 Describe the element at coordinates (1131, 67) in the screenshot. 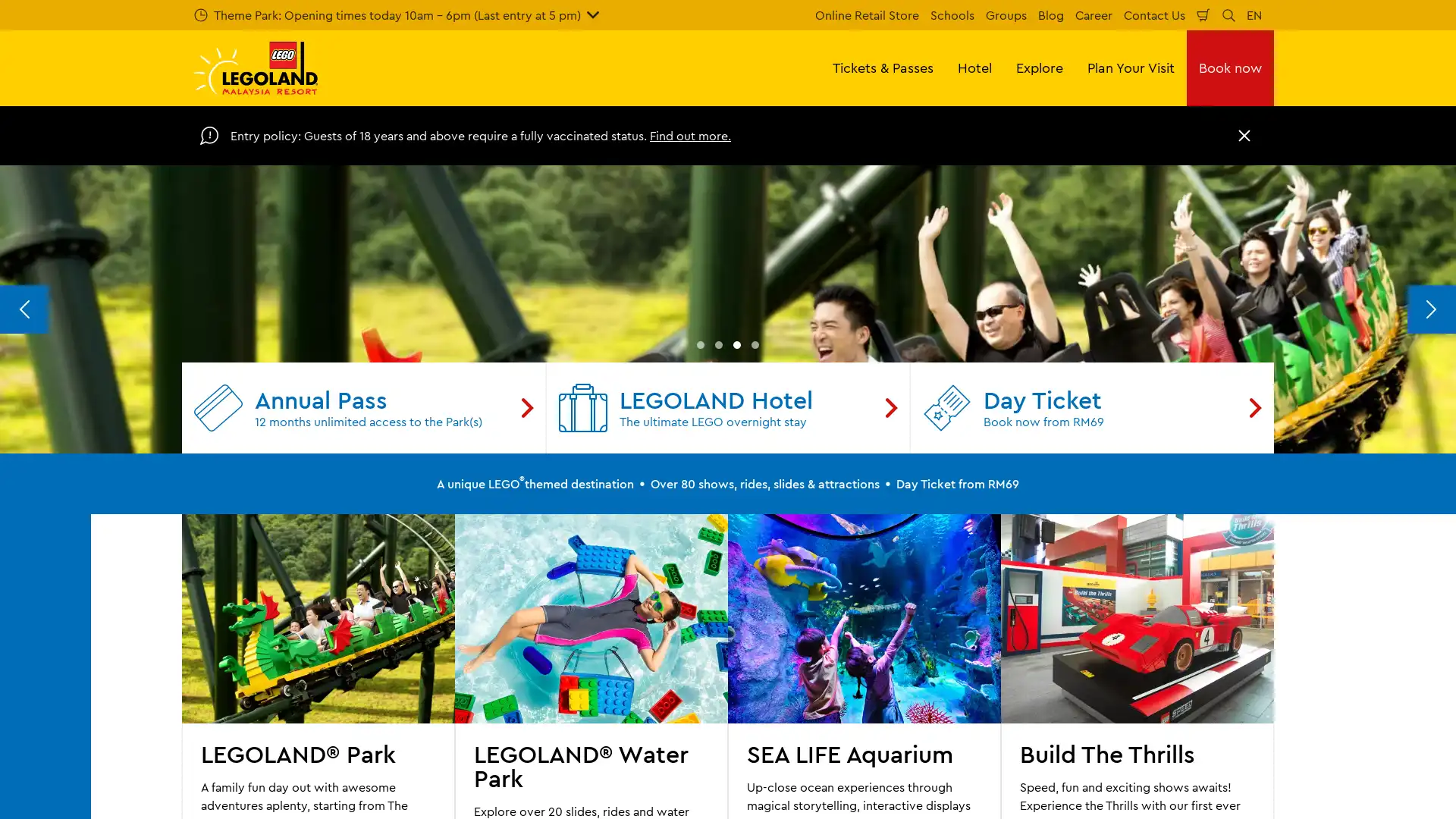

I see `Plan Your Visit` at that location.